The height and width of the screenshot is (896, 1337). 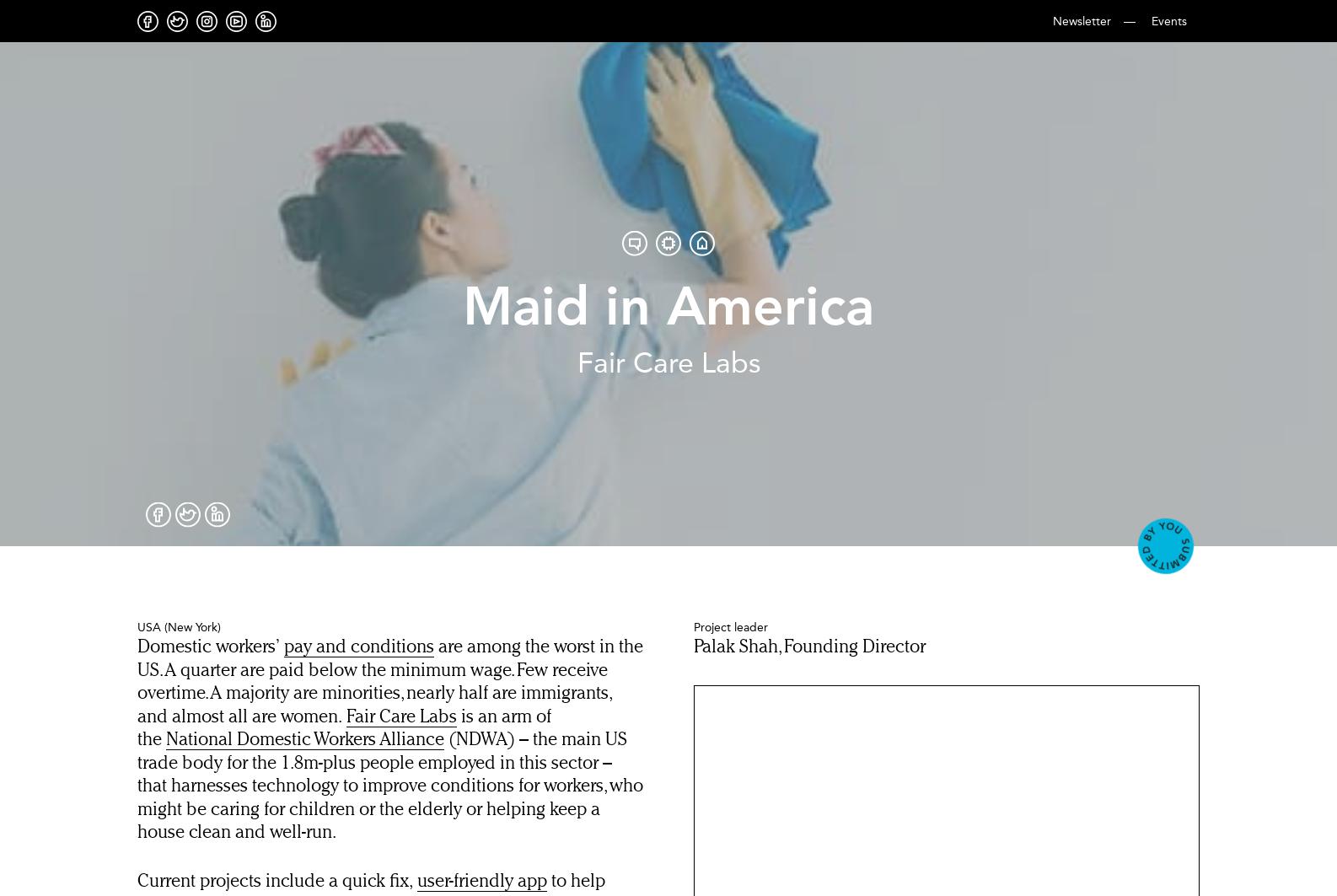 What do you see at coordinates (343, 727) in the screenshot?
I see `'is an arm of the'` at bounding box center [343, 727].